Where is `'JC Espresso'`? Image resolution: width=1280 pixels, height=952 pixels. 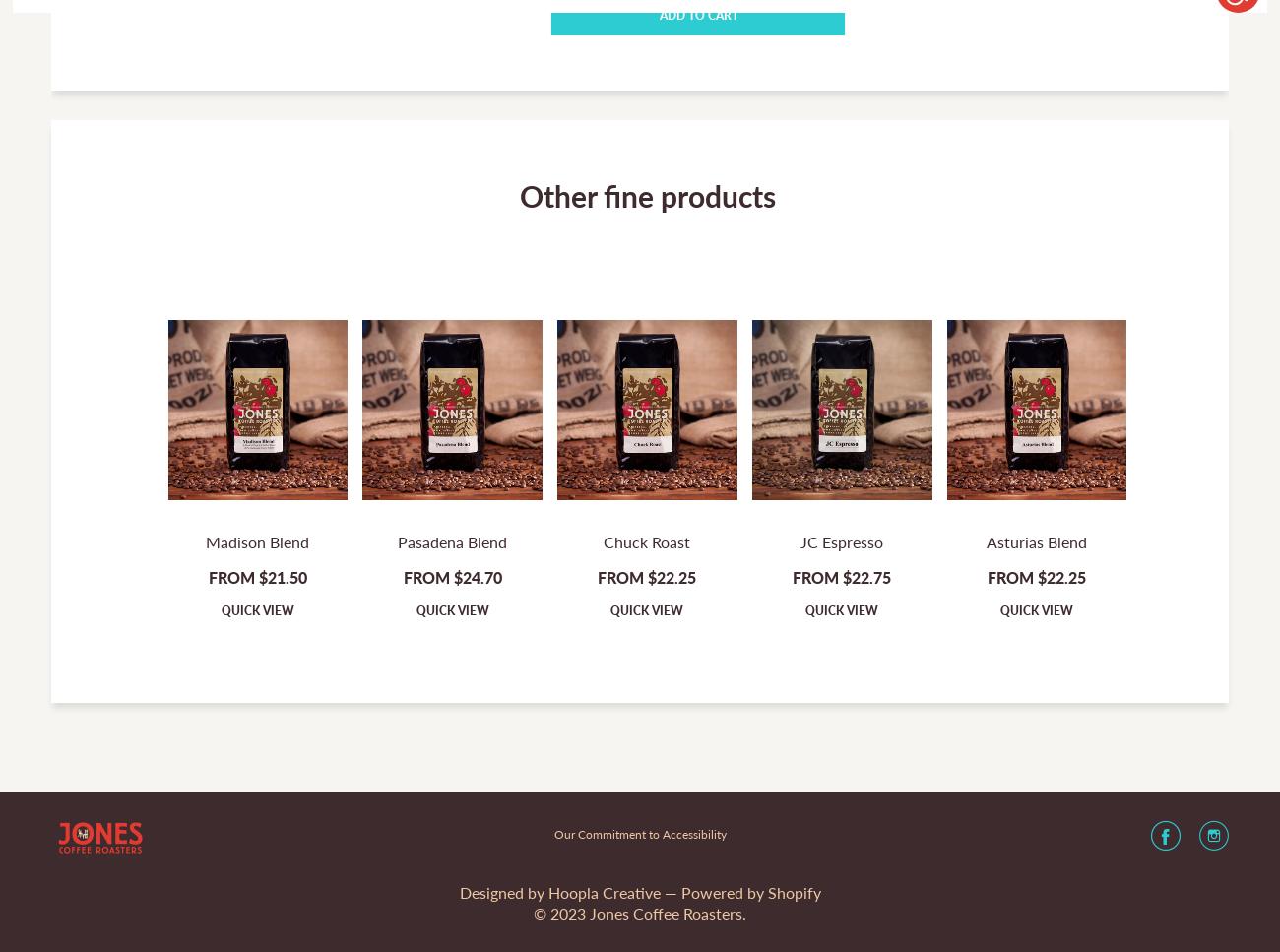
'JC Espresso' is located at coordinates (842, 541).